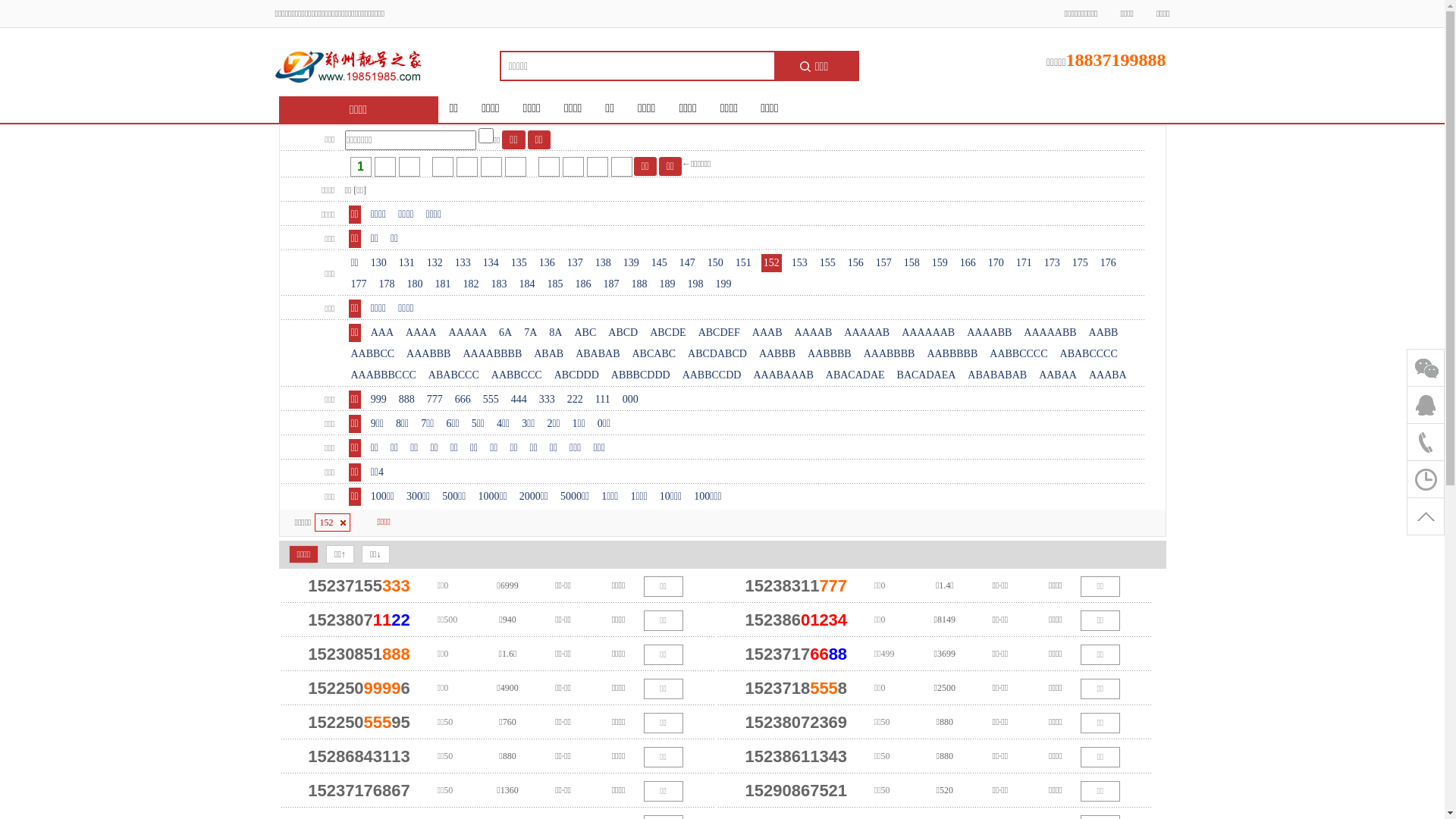 This screenshot has height=819, width=1456. What do you see at coordinates (397, 399) in the screenshot?
I see `'888'` at bounding box center [397, 399].